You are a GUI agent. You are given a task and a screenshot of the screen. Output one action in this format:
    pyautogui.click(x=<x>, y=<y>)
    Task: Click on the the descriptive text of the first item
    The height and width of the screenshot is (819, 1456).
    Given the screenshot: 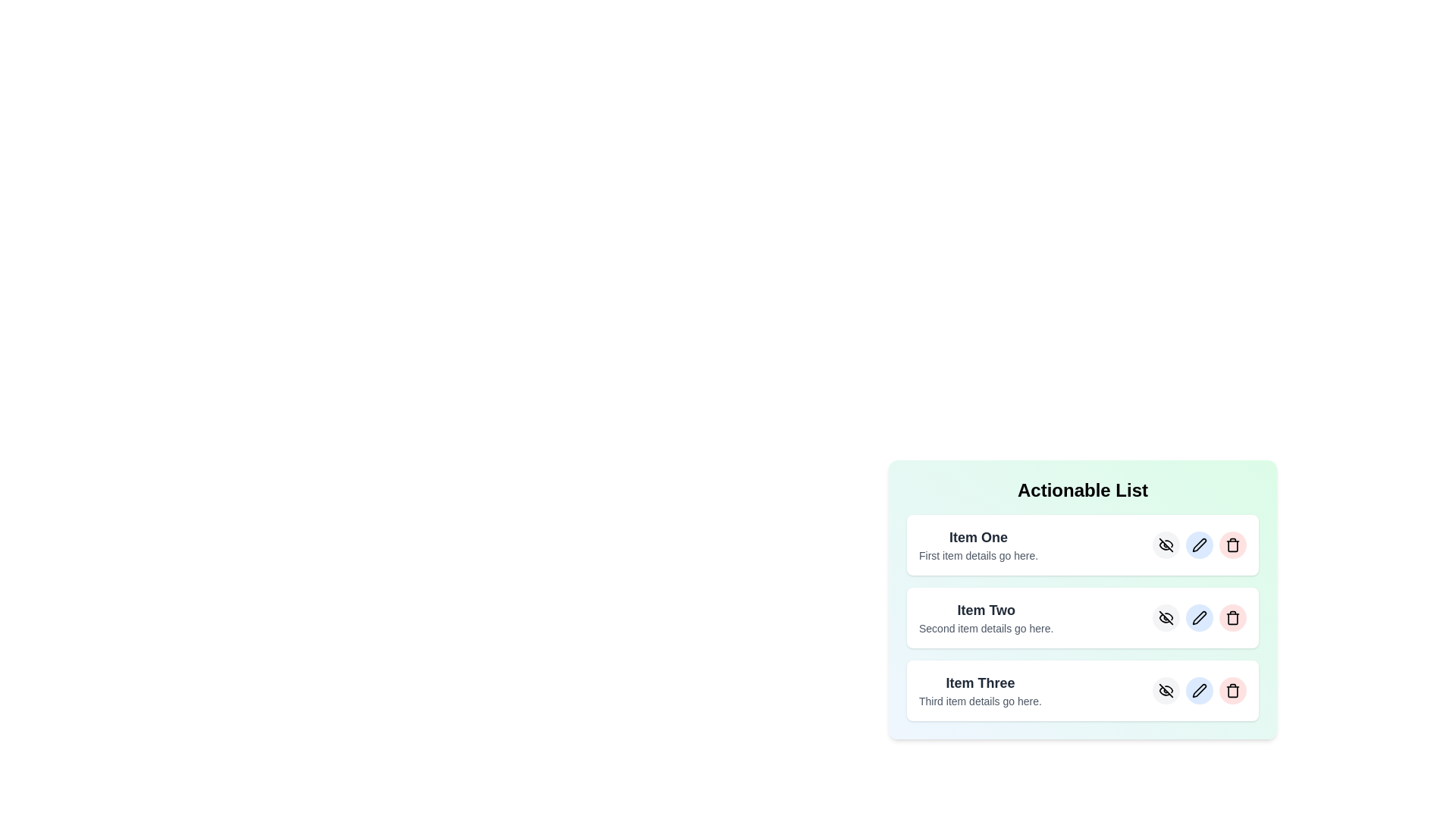 What is the action you would take?
    pyautogui.click(x=978, y=555)
    